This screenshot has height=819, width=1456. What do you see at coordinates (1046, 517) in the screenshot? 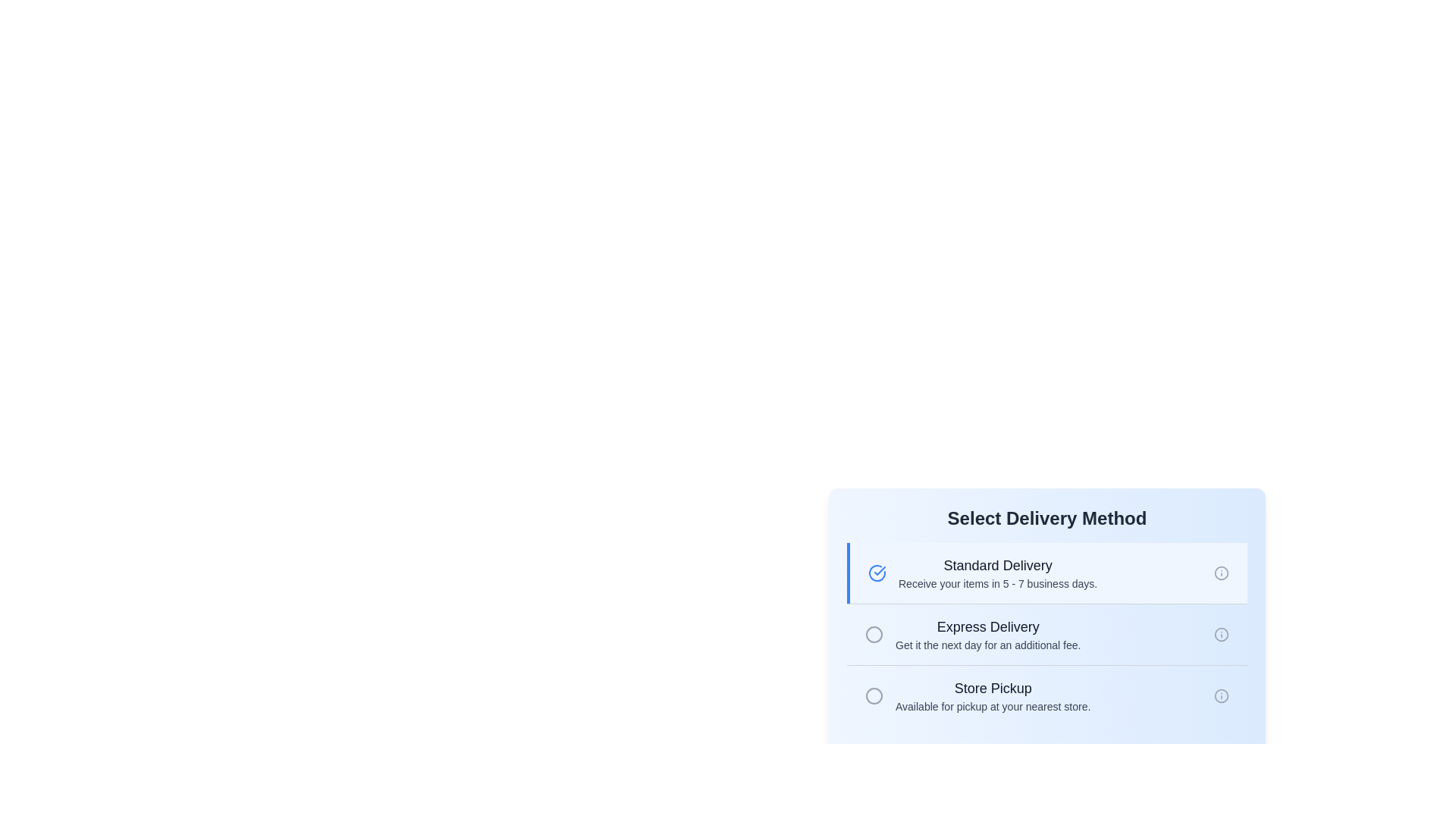
I see `the title text label for the delivery options section, which guides the user to select their preferred delivery method` at bounding box center [1046, 517].